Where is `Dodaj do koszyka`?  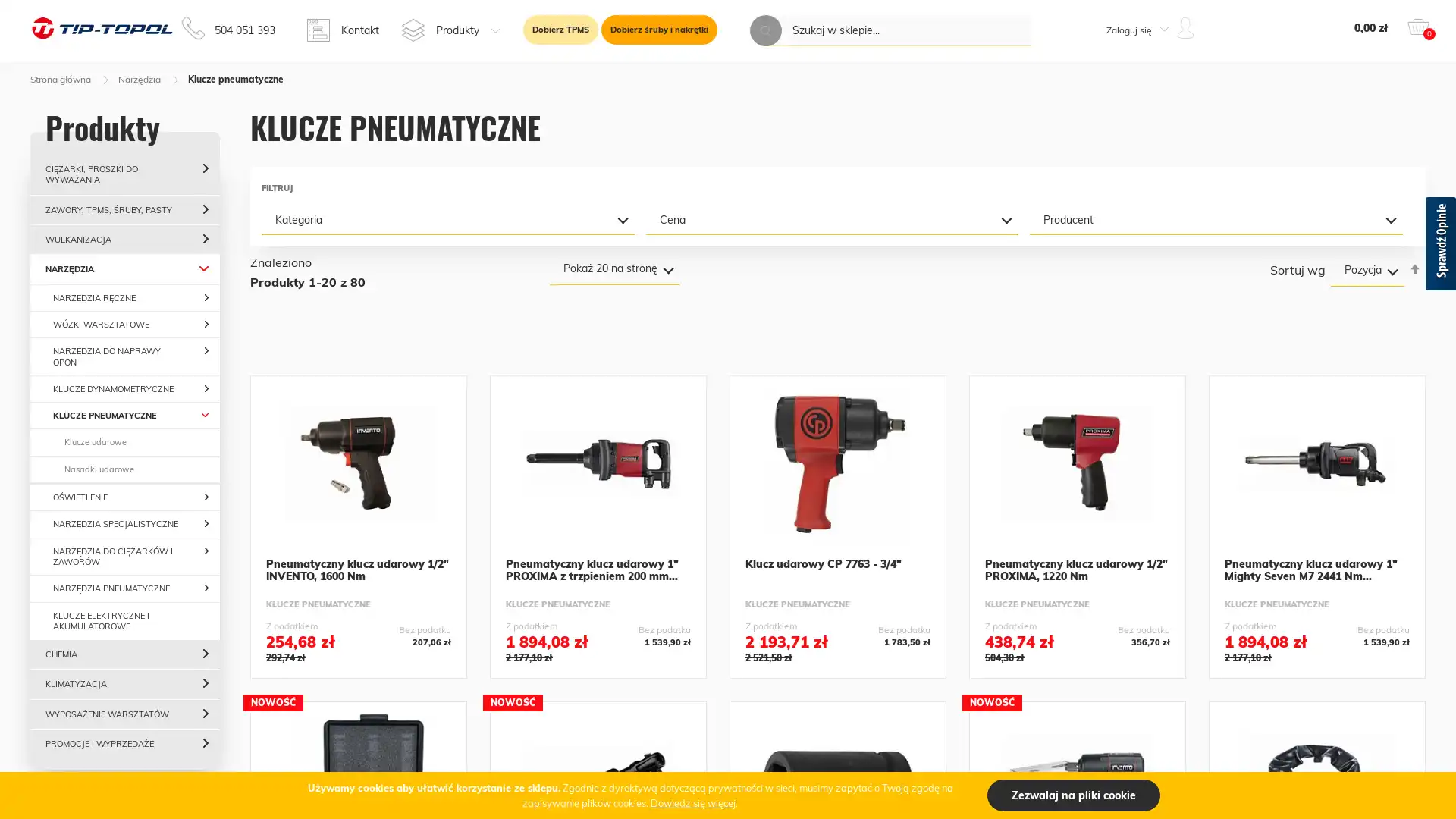 Dodaj do koszyka is located at coordinates (1316, 657).